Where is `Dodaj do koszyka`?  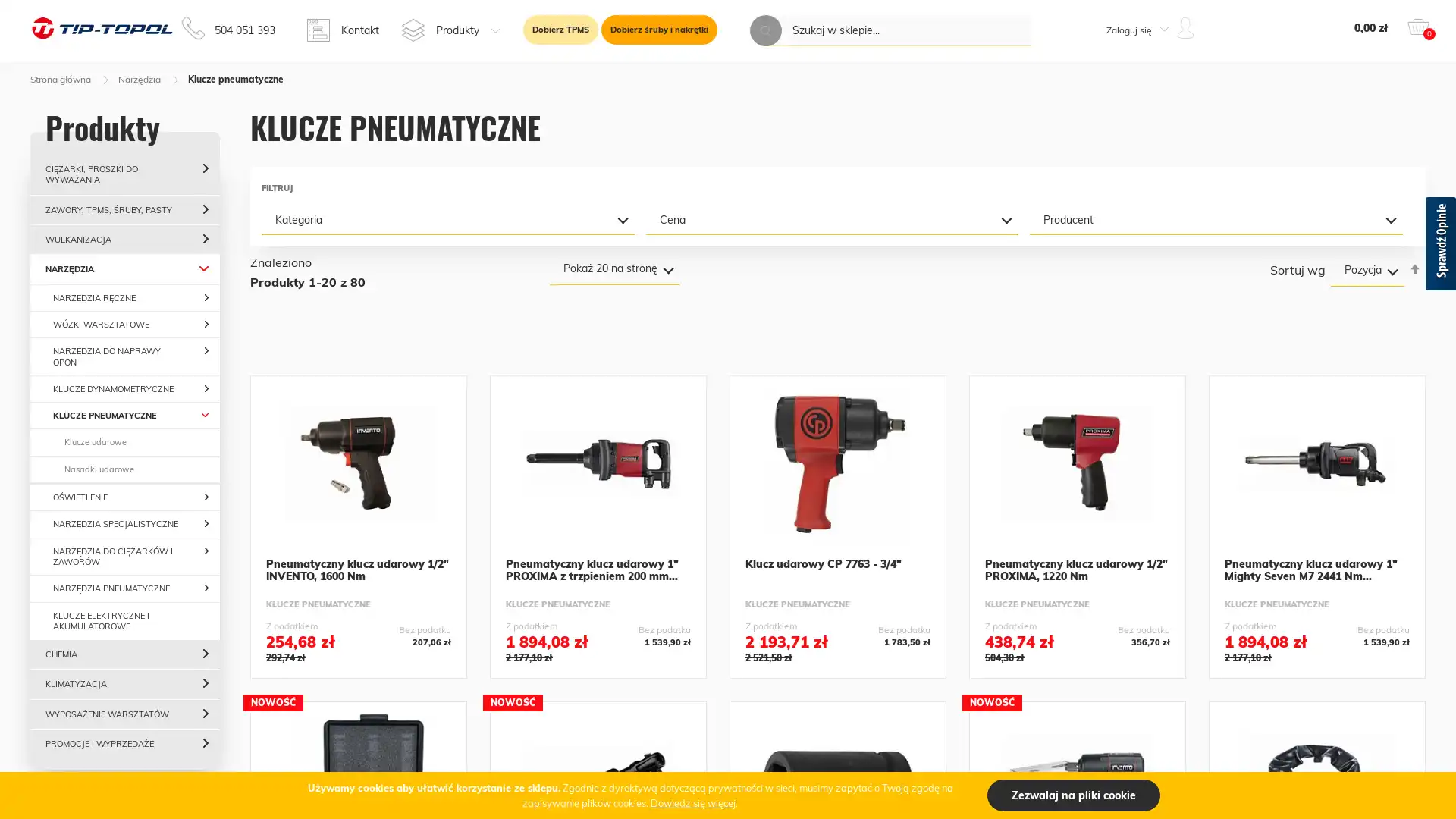 Dodaj do koszyka is located at coordinates (1316, 657).